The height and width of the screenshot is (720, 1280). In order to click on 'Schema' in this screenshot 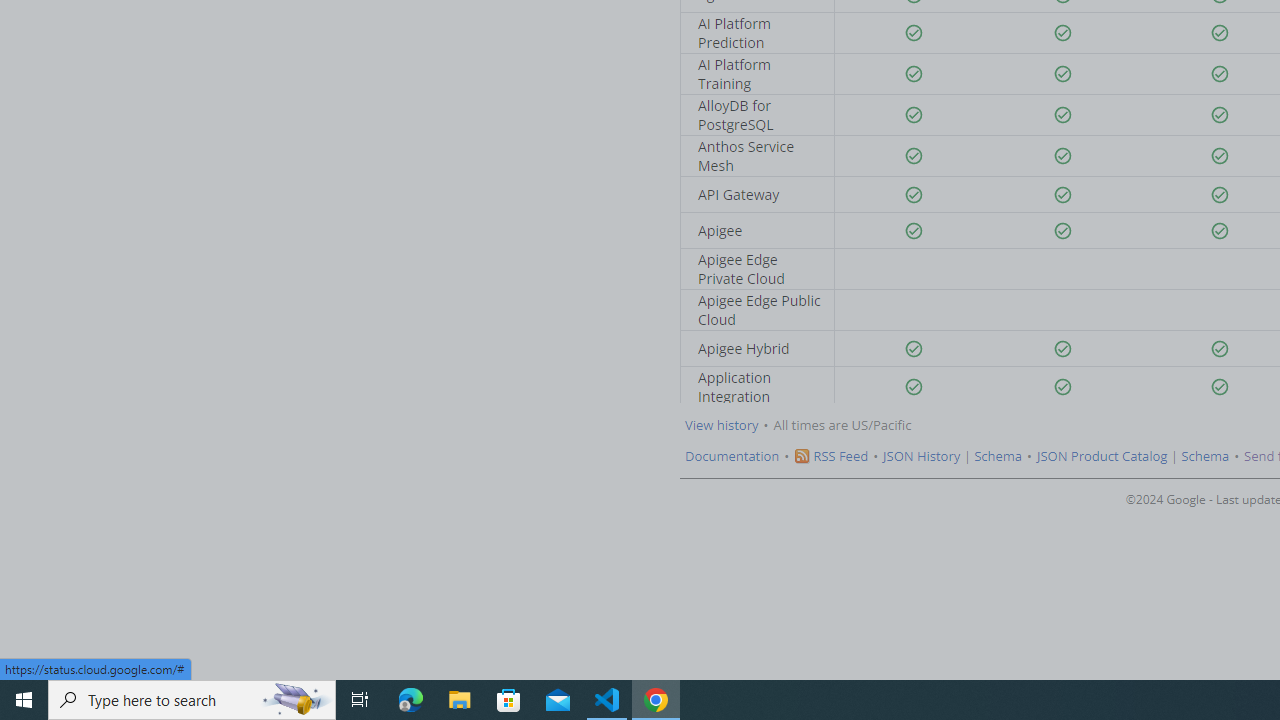, I will do `click(1204, 456)`.